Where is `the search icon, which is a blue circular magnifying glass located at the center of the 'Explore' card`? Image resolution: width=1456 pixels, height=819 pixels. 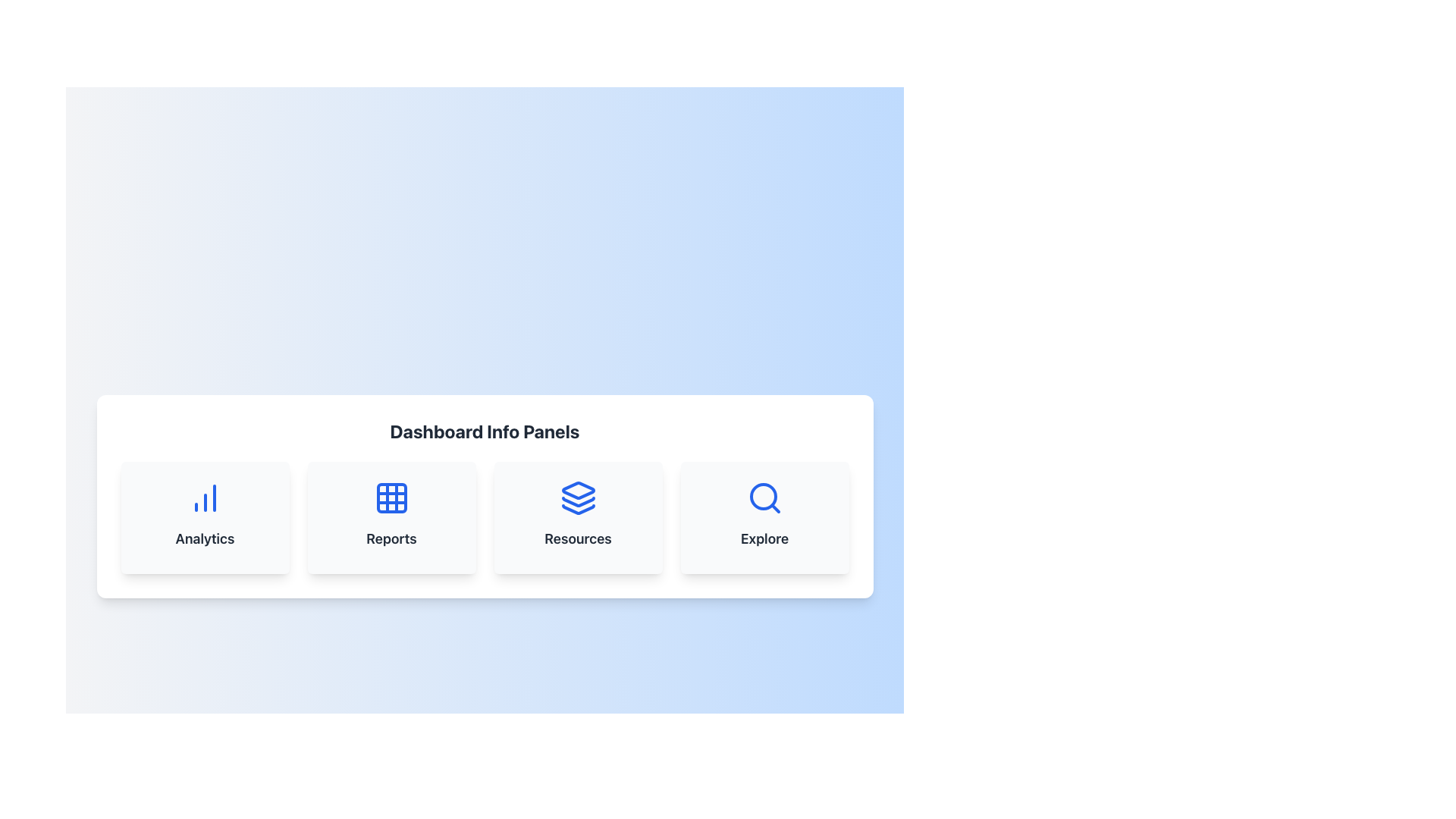
the search icon, which is a blue circular magnifying glass located at the center of the 'Explore' card is located at coordinates (764, 497).